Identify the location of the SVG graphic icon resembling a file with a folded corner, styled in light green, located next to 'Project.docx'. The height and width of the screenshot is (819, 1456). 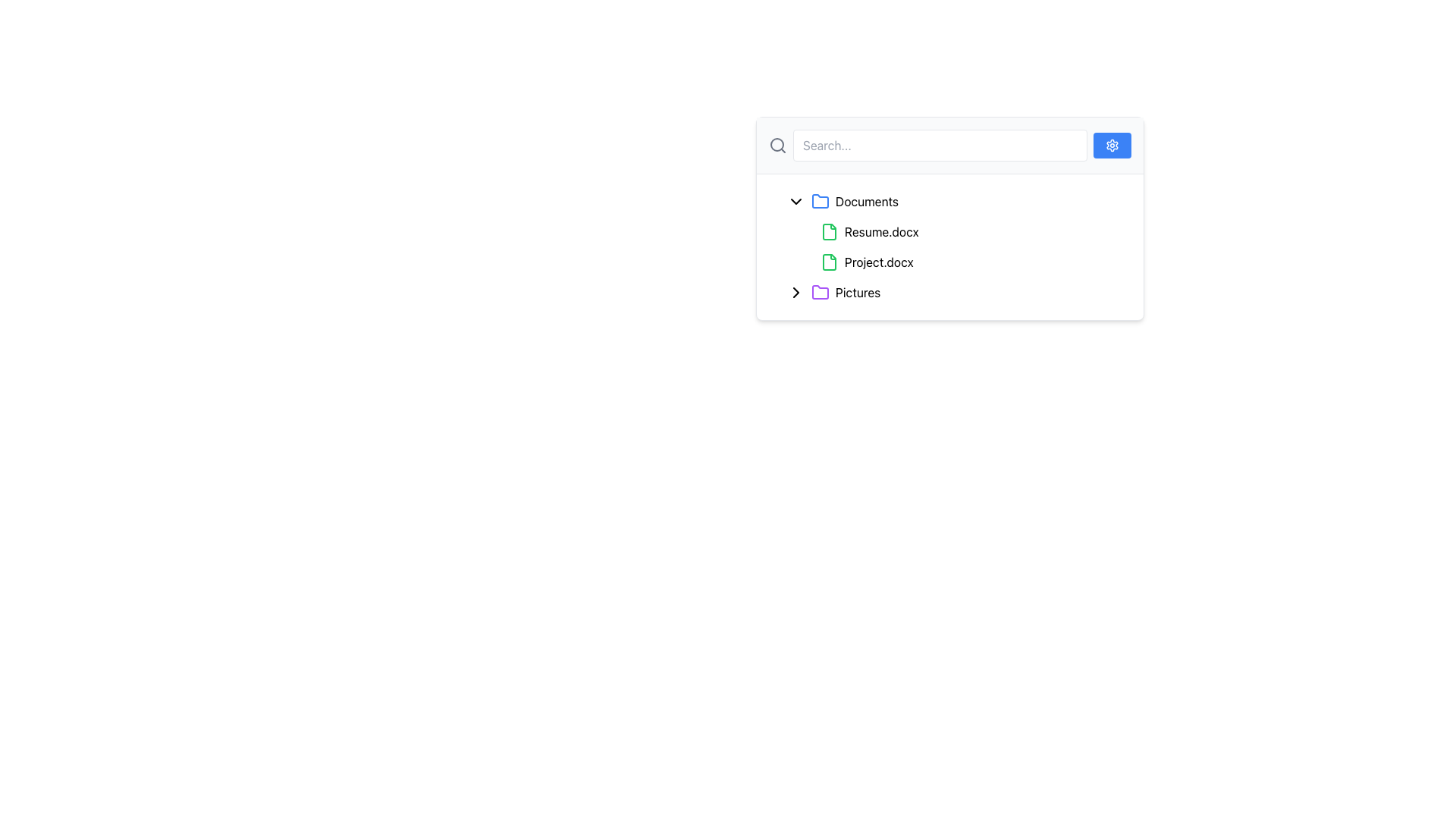
(829, 262).